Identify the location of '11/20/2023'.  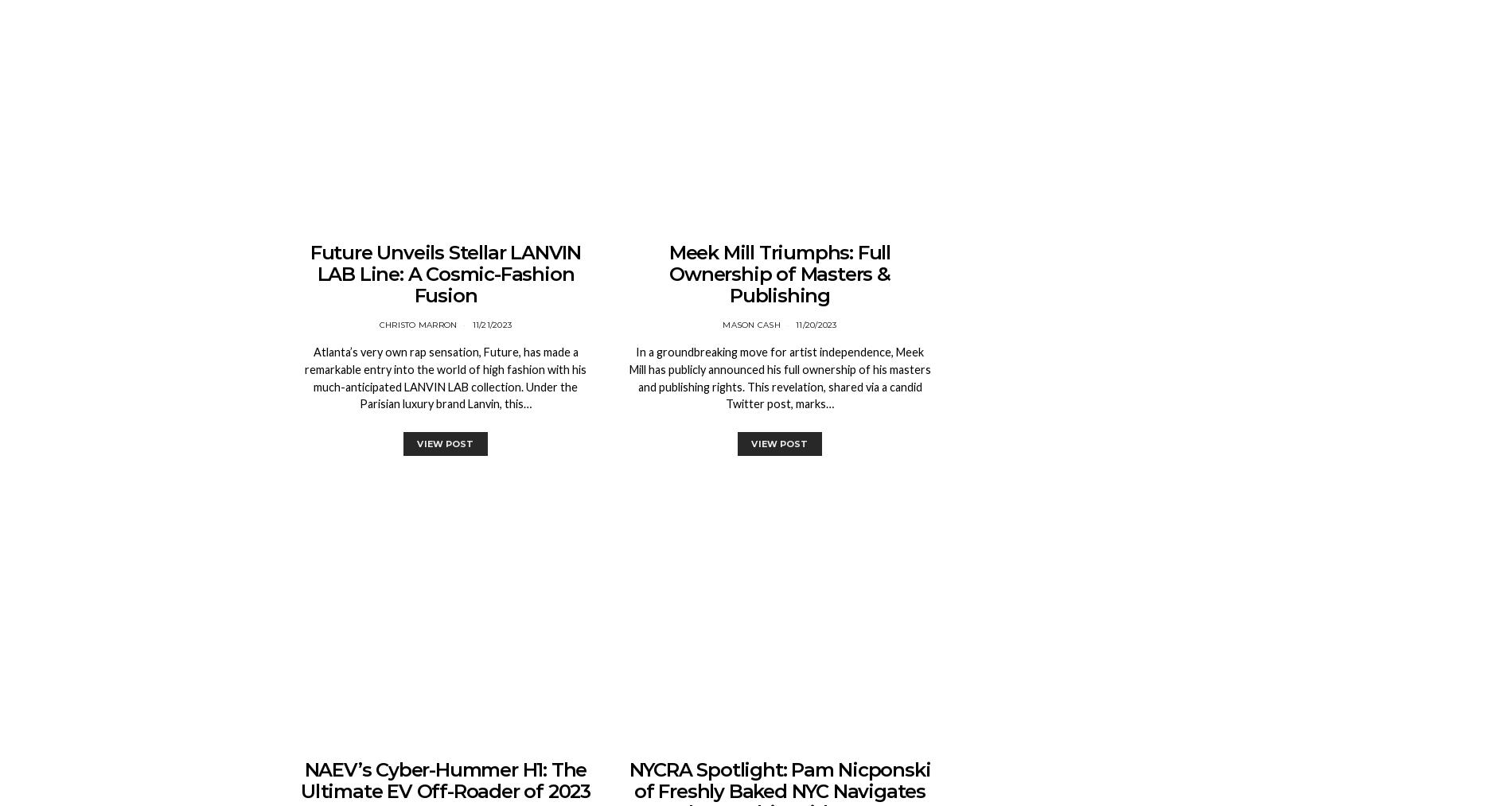
(795, 324).